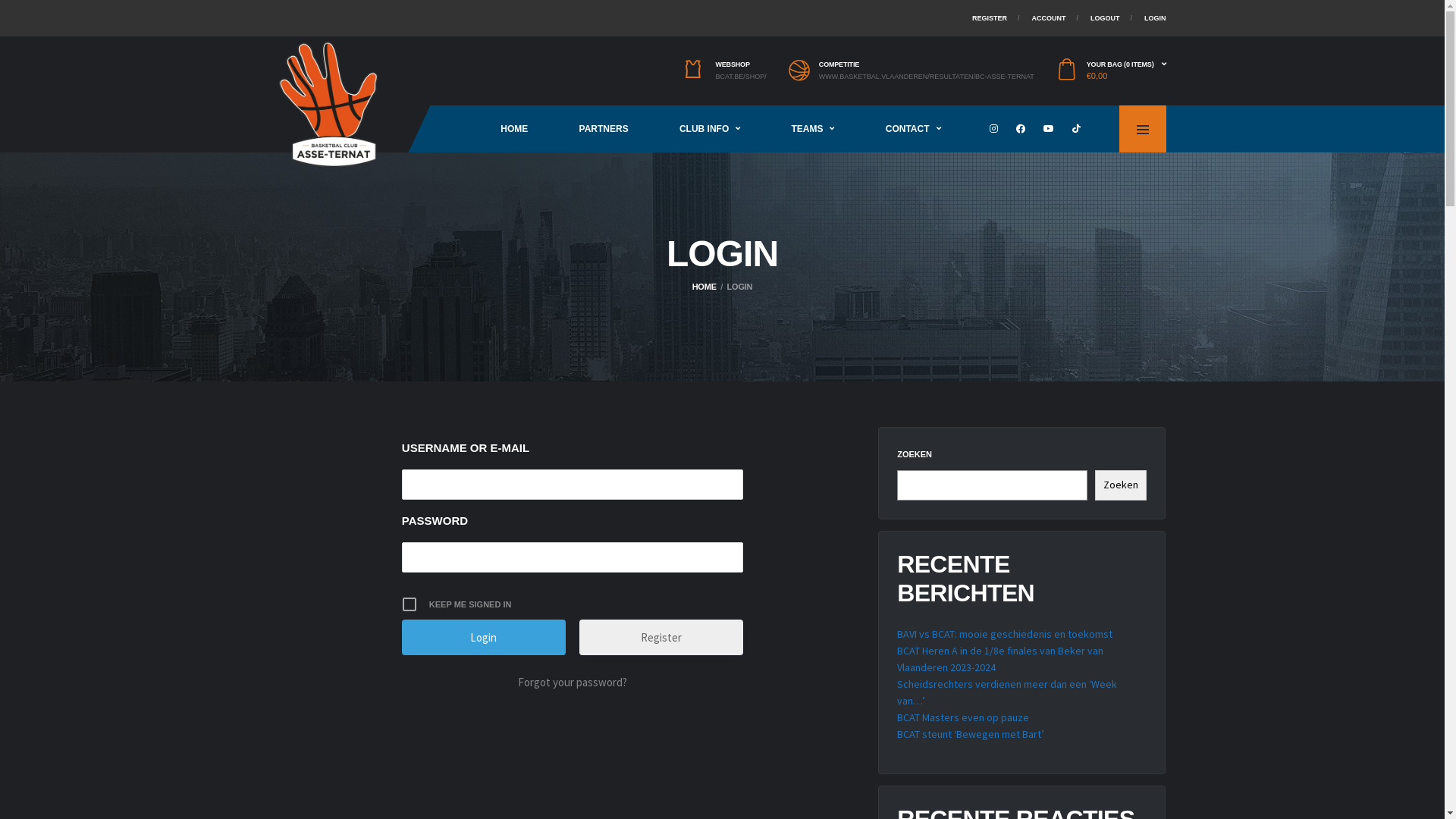 This screenshot has height=819, width=1456. I want to click on 'Register', so click(661, 637).